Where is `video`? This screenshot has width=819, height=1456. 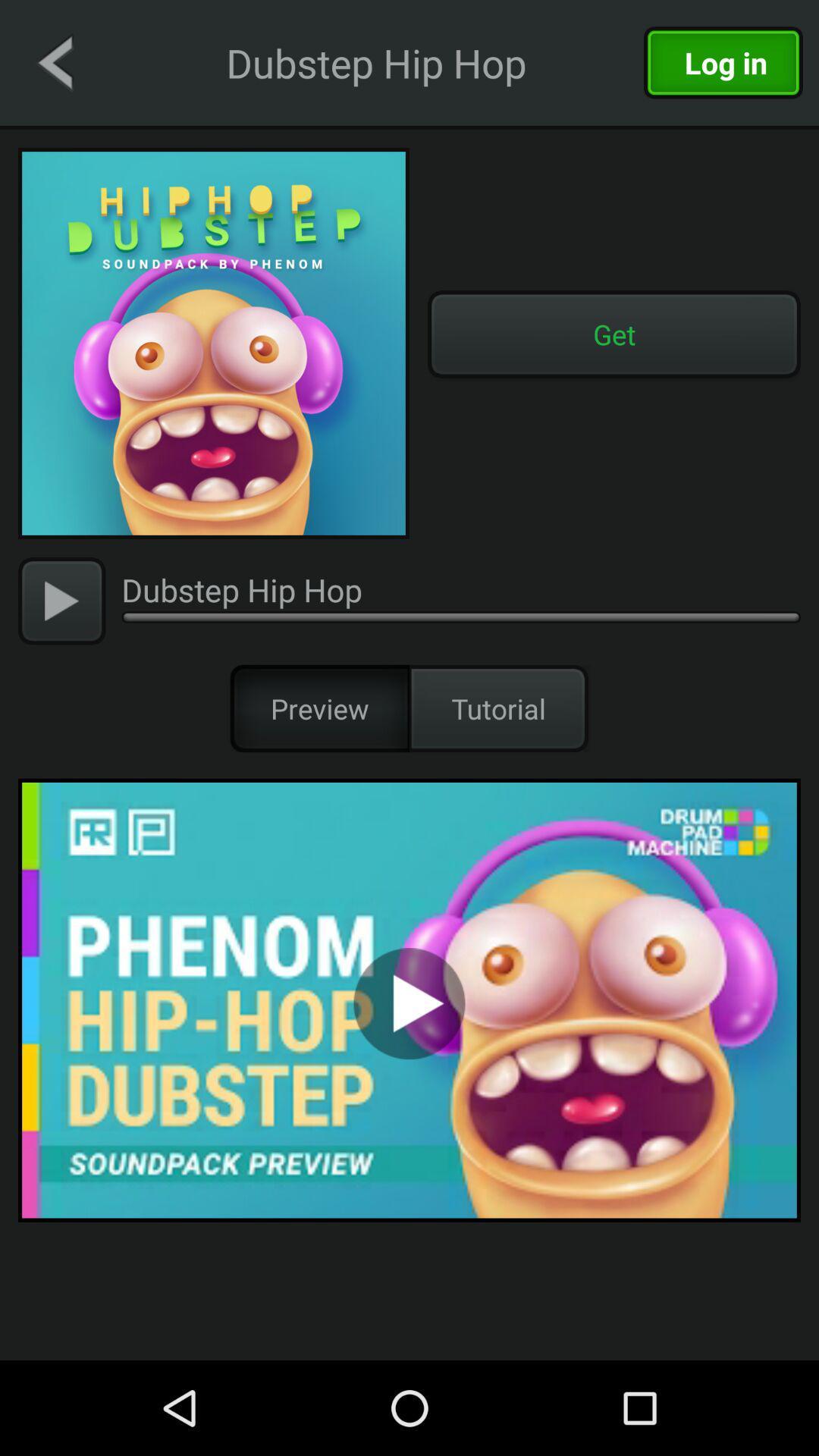 video is located at coordinates (409, 1000).